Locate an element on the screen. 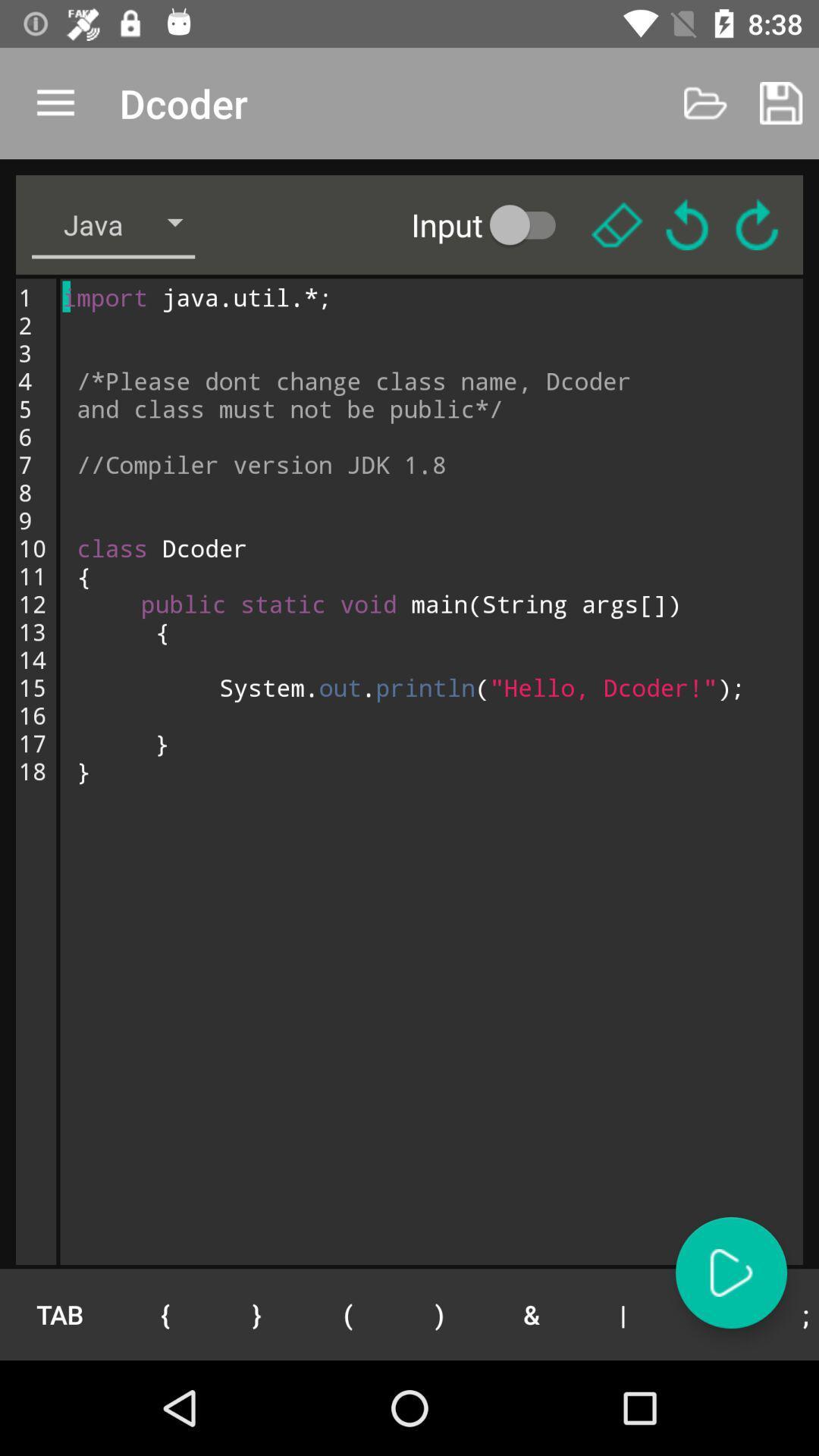 Image resolution: width=819 pixels, height=1456 pixels. reload is located at coordinates (757, 224).